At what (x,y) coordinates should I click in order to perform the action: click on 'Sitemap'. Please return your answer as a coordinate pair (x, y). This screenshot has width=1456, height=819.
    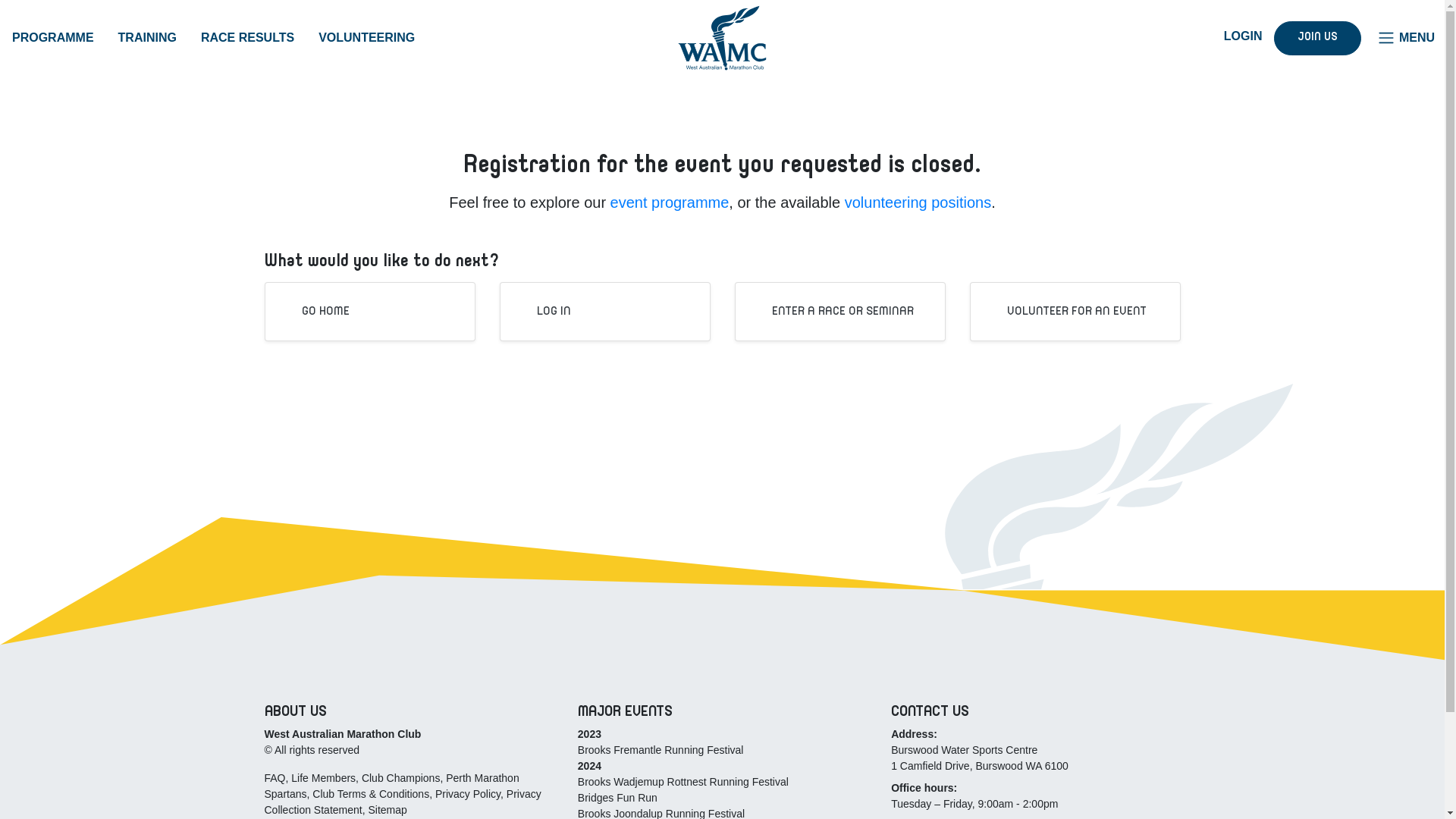
    Looking at the image, I should click on (367, 809).